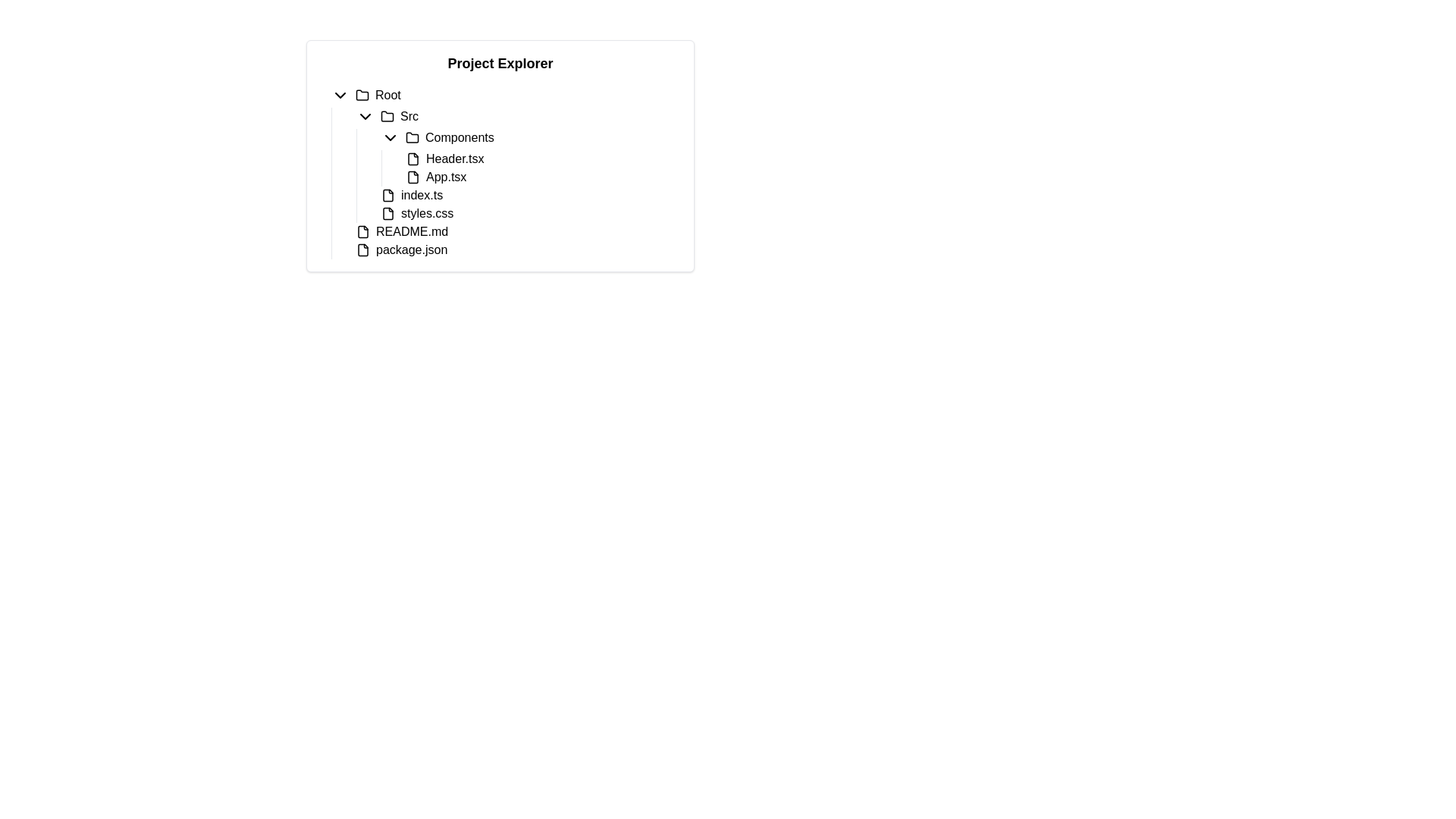 The height and width of the screenshot is (819, 1456). What do you see at coordinates (362, 249) in the screenshot?
I see `the graphical file icon located` at bounding box center [362, 249].